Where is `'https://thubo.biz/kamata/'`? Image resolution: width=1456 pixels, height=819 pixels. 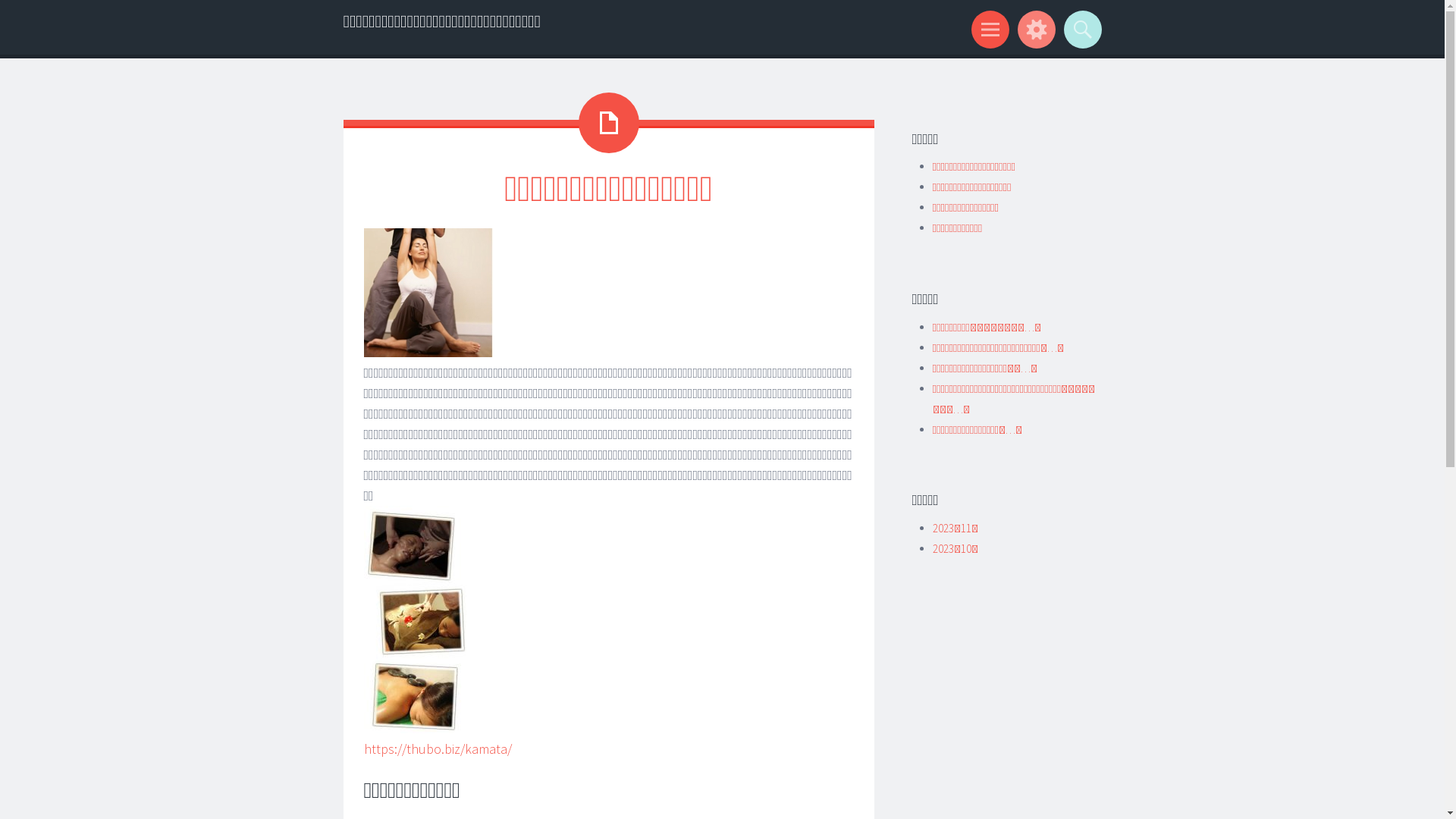 'https://thubo.biz/kamata/' is located at coordinates (437, 748).